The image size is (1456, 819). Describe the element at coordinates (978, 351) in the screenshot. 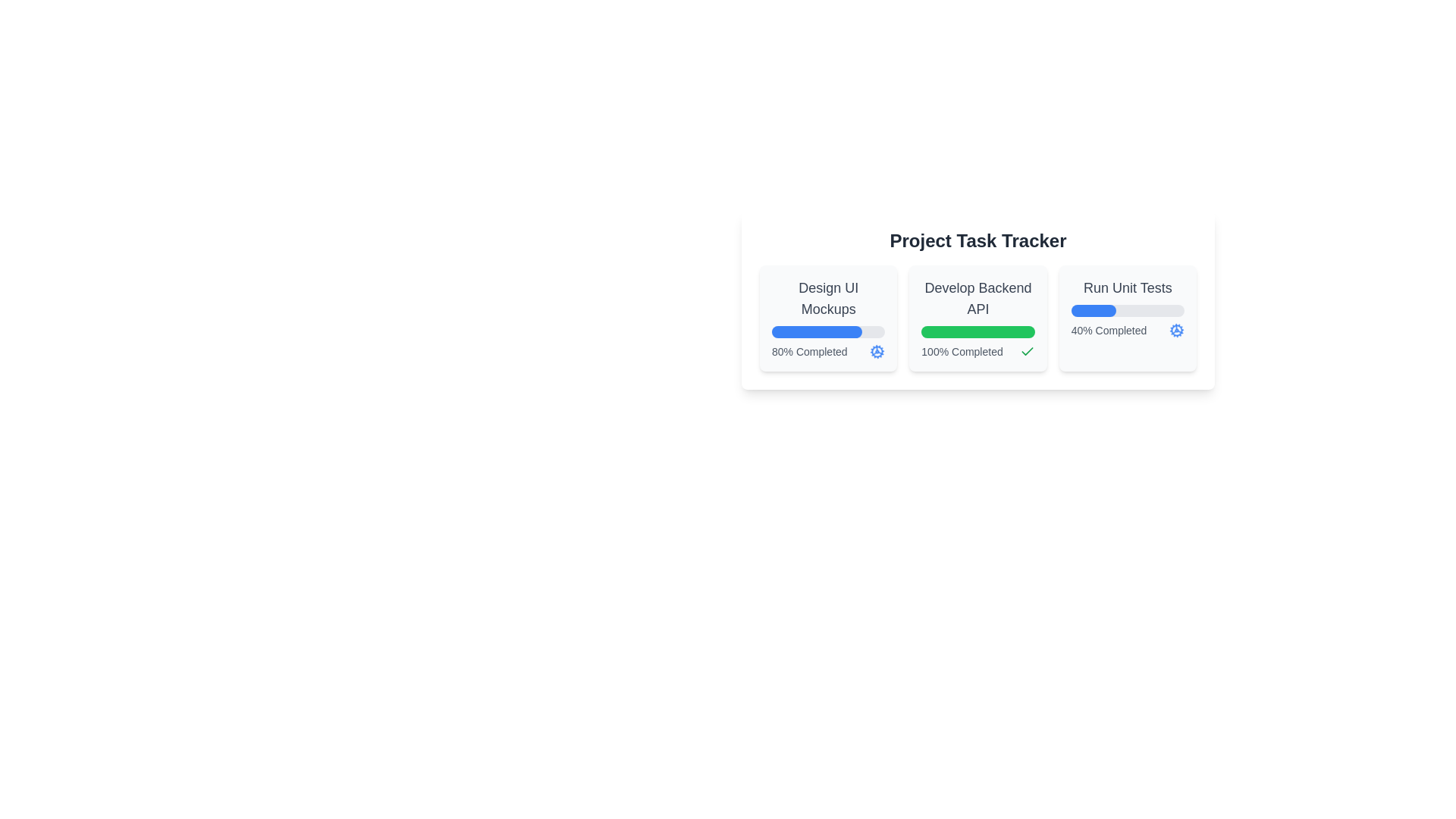

I see `the visual feedback of completion by focusing on the text label indicating '100% Completed' with the adjacent checkmark icon, located beneath the progress bar in the 'Develop Backend API' card` at that location.